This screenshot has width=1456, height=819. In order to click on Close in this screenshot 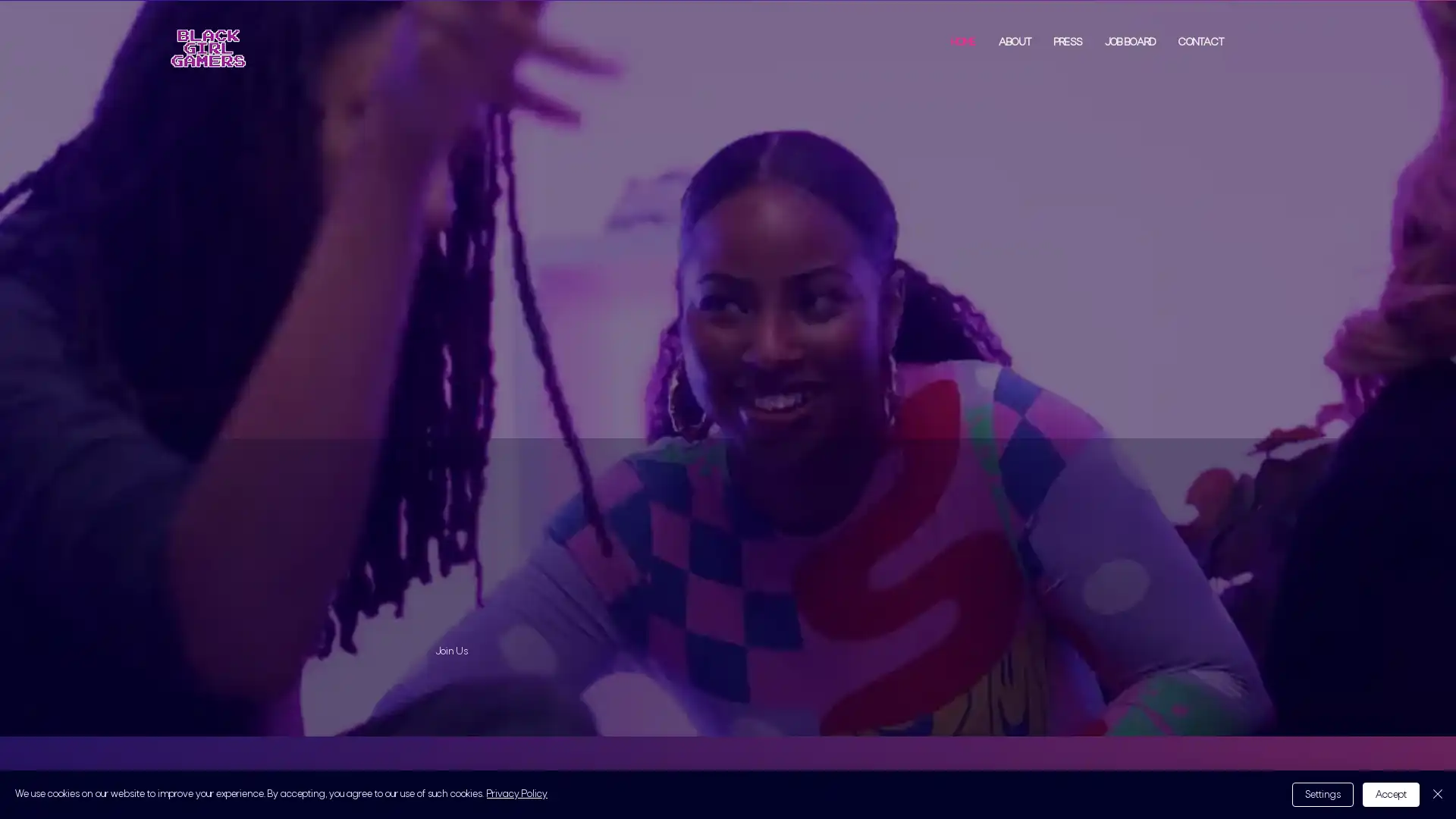, I will do `click(1437, 794)`.